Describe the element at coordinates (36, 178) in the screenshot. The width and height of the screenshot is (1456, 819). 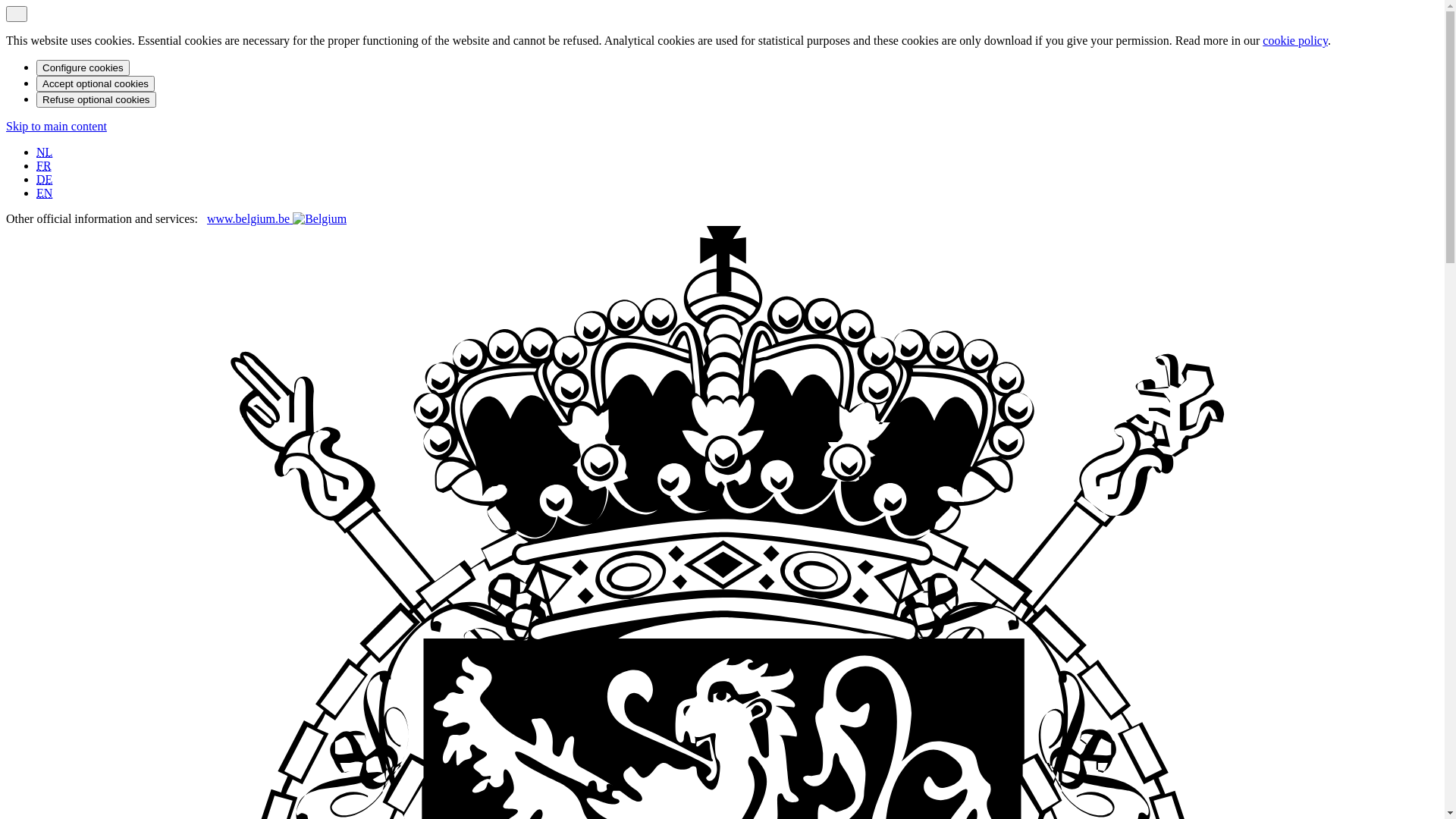
I see `'DE'` at that location.